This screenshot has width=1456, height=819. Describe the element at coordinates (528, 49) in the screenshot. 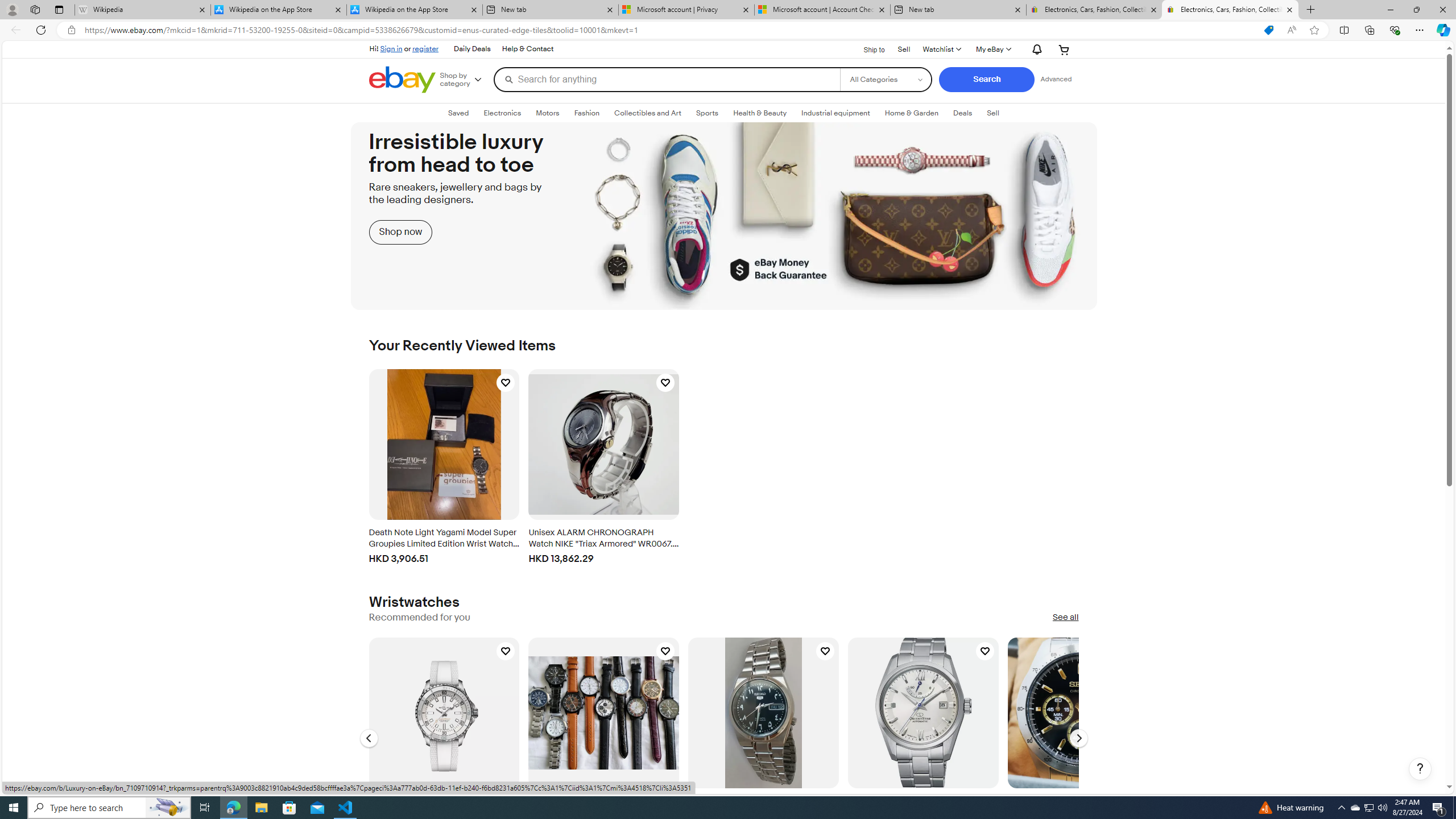

I see `'Help & Contact'` at that location.